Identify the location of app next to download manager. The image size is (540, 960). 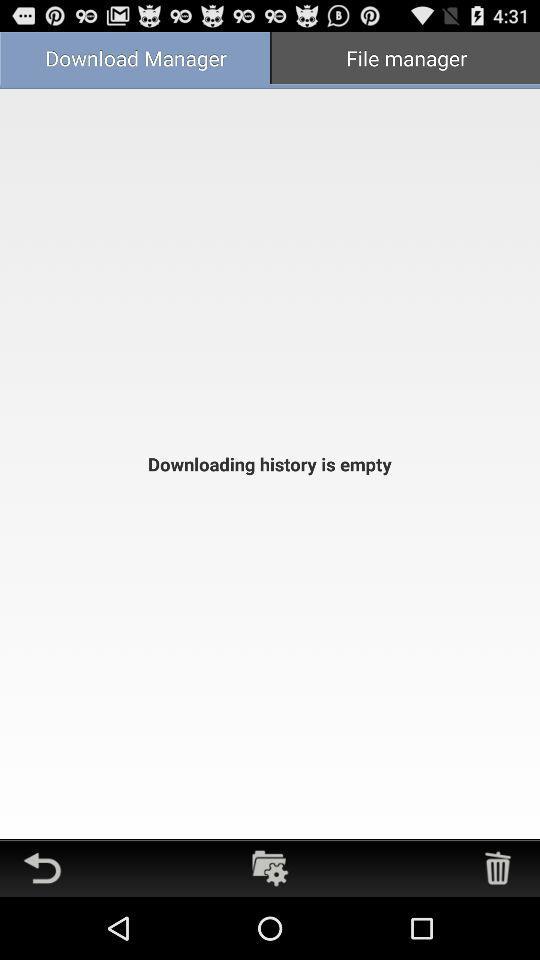
(405, 59).